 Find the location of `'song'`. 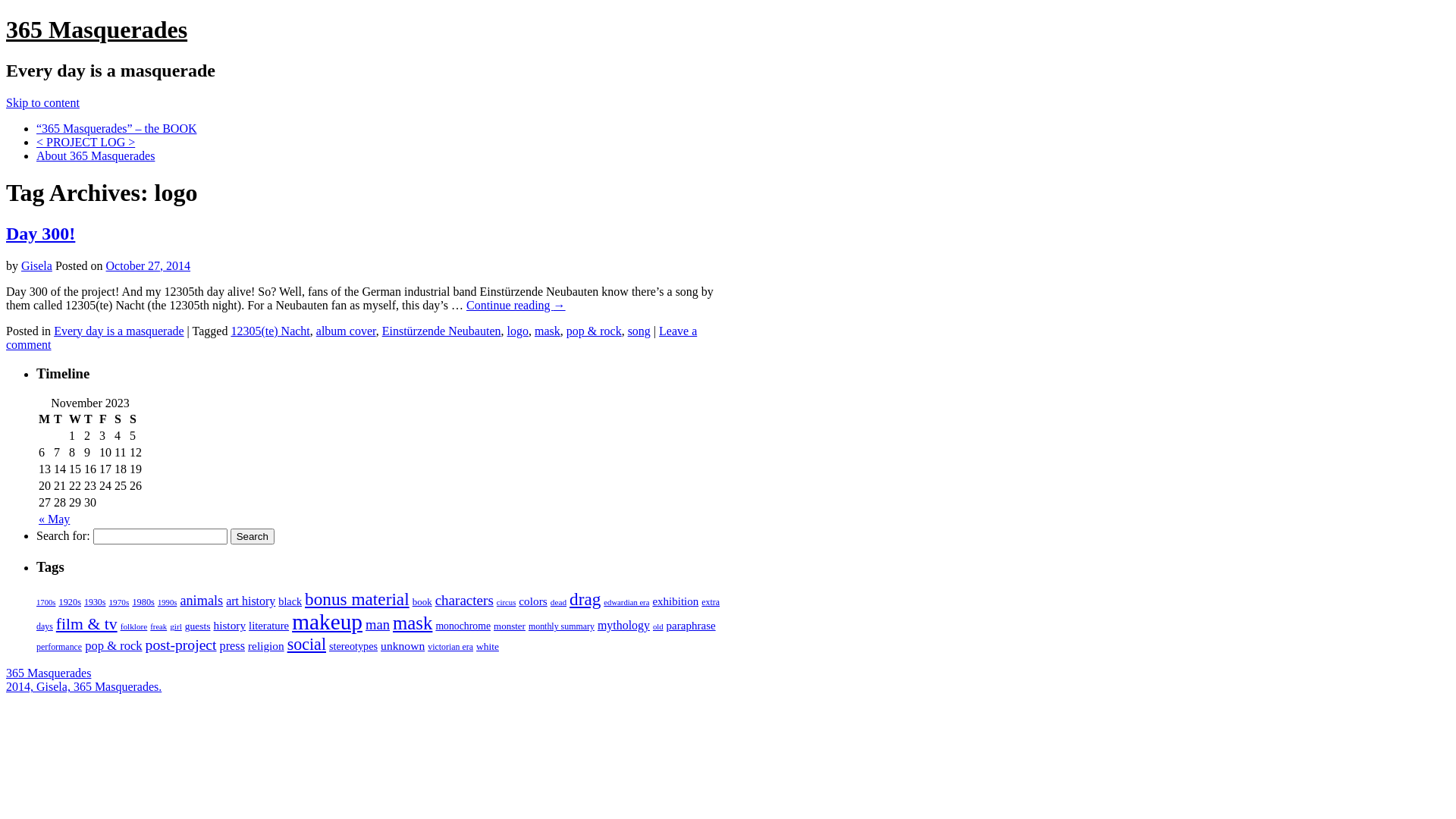

'song' is located at coordinates (639, 330).